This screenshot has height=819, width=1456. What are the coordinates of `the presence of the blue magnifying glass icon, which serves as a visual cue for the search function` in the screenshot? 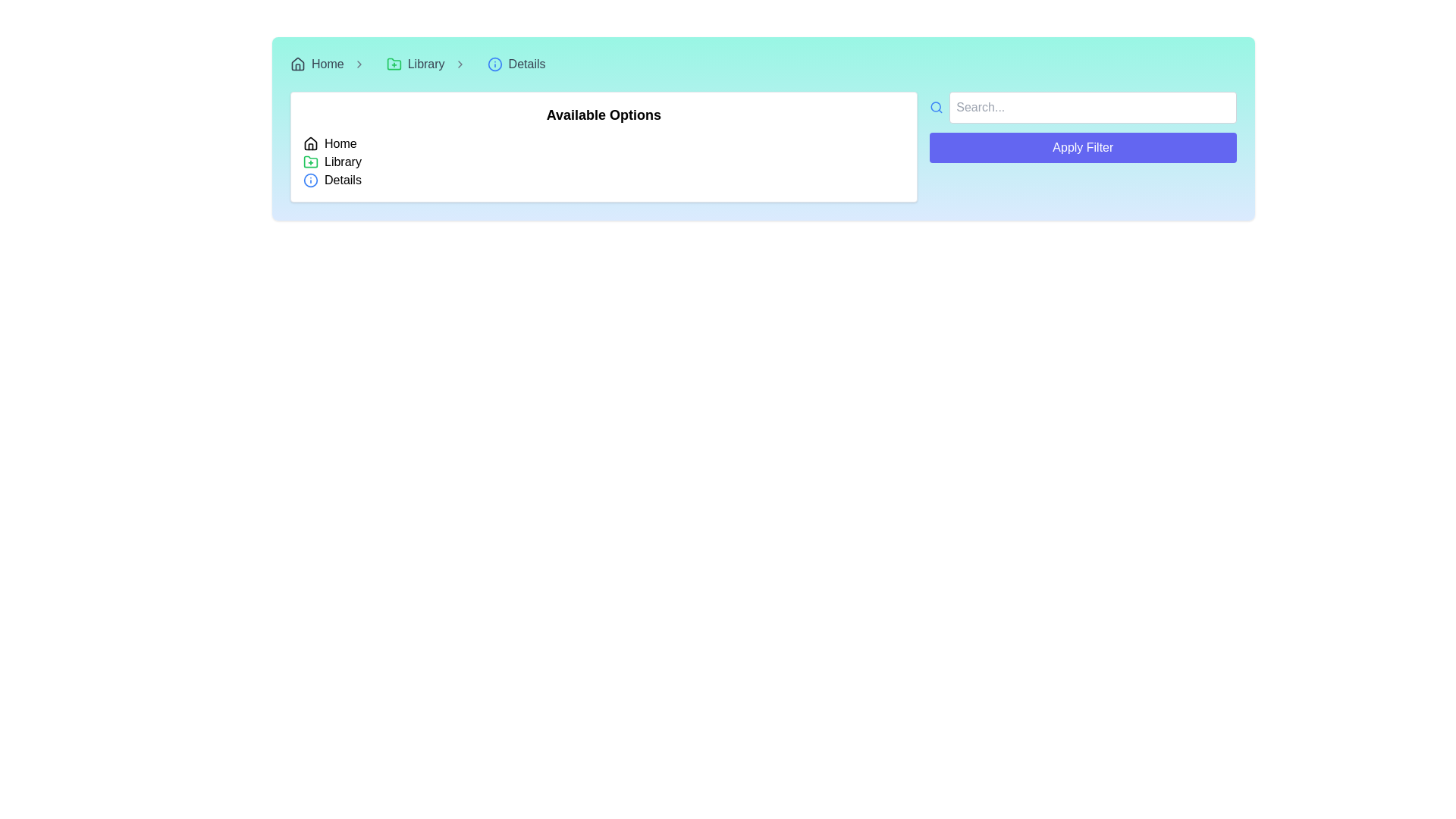 It's located at (935, 107).